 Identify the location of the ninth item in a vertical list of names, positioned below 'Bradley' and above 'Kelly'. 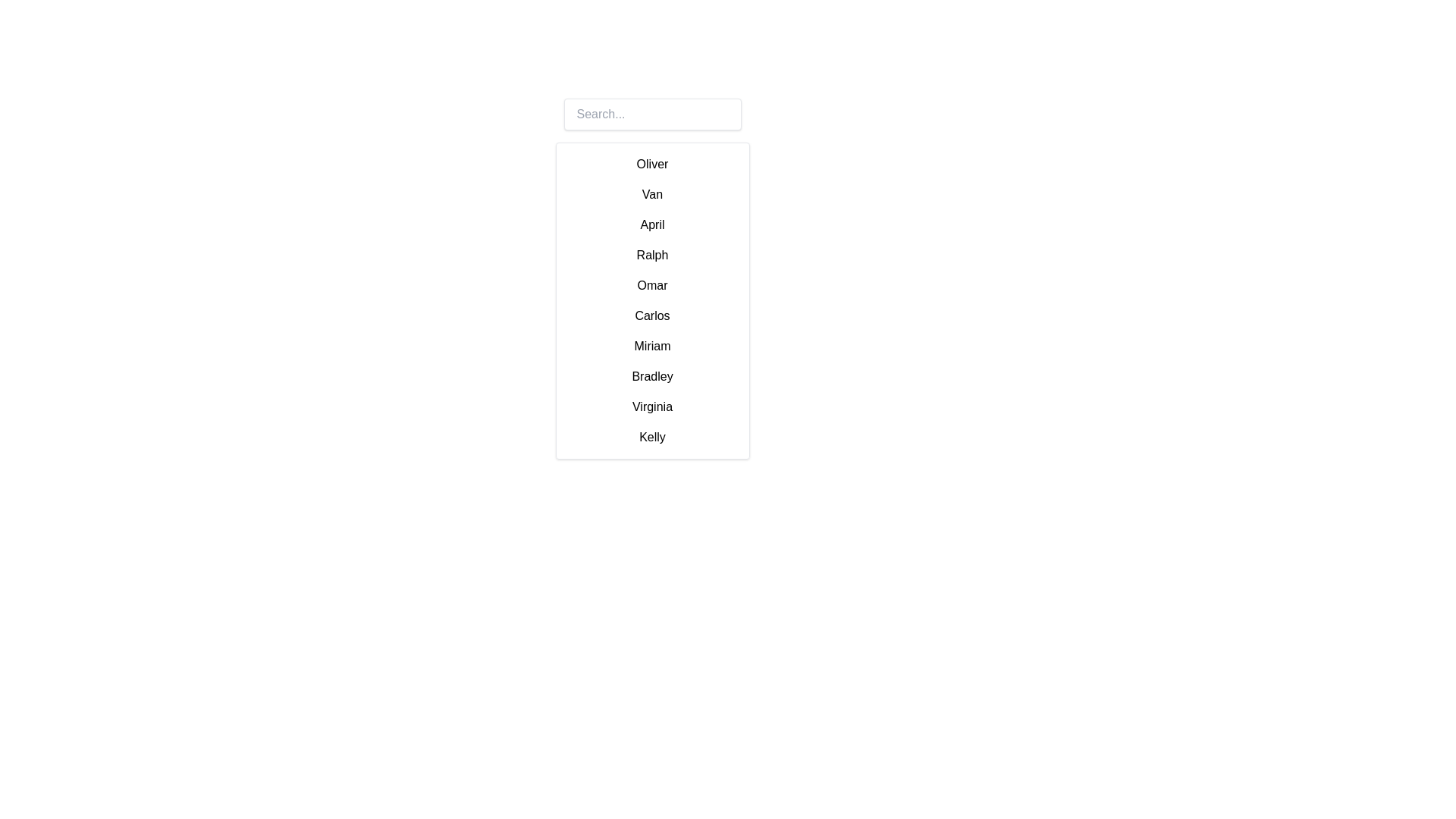
(652, 406).